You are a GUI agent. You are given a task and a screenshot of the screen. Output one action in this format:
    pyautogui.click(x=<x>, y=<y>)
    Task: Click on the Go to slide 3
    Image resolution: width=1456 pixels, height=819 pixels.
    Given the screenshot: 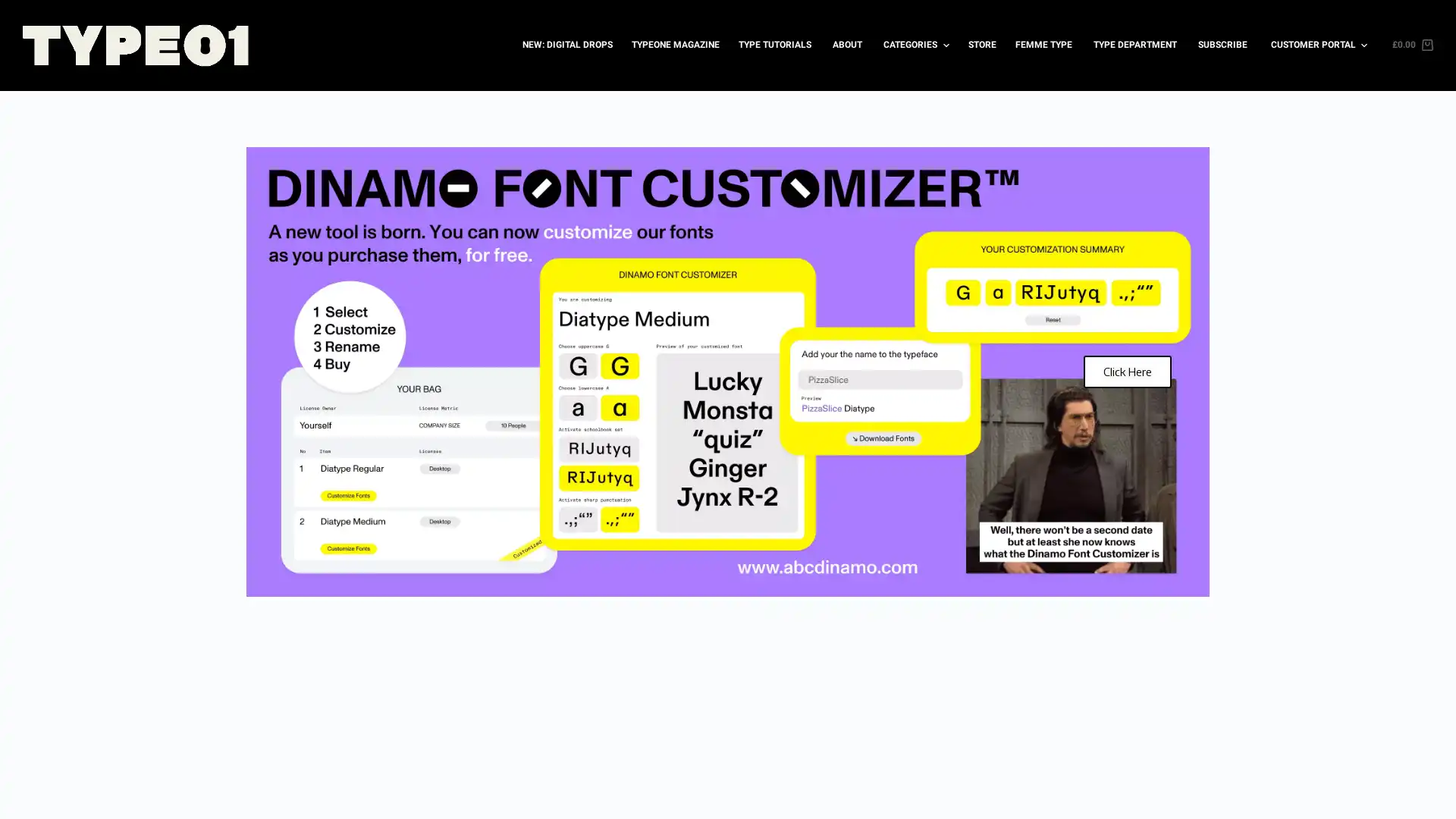 What is the action you would take?
    pyautogui.click(x=735, y=585)
    